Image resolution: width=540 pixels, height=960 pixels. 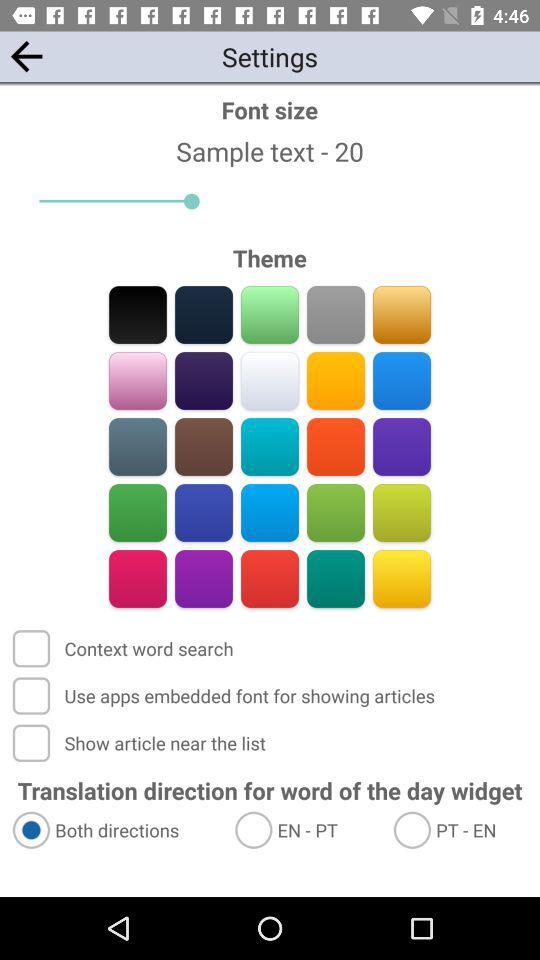 What do you see at coordinates (401, 578) in the screenshot?
I see `choose color` at bounding box center [401, 578].